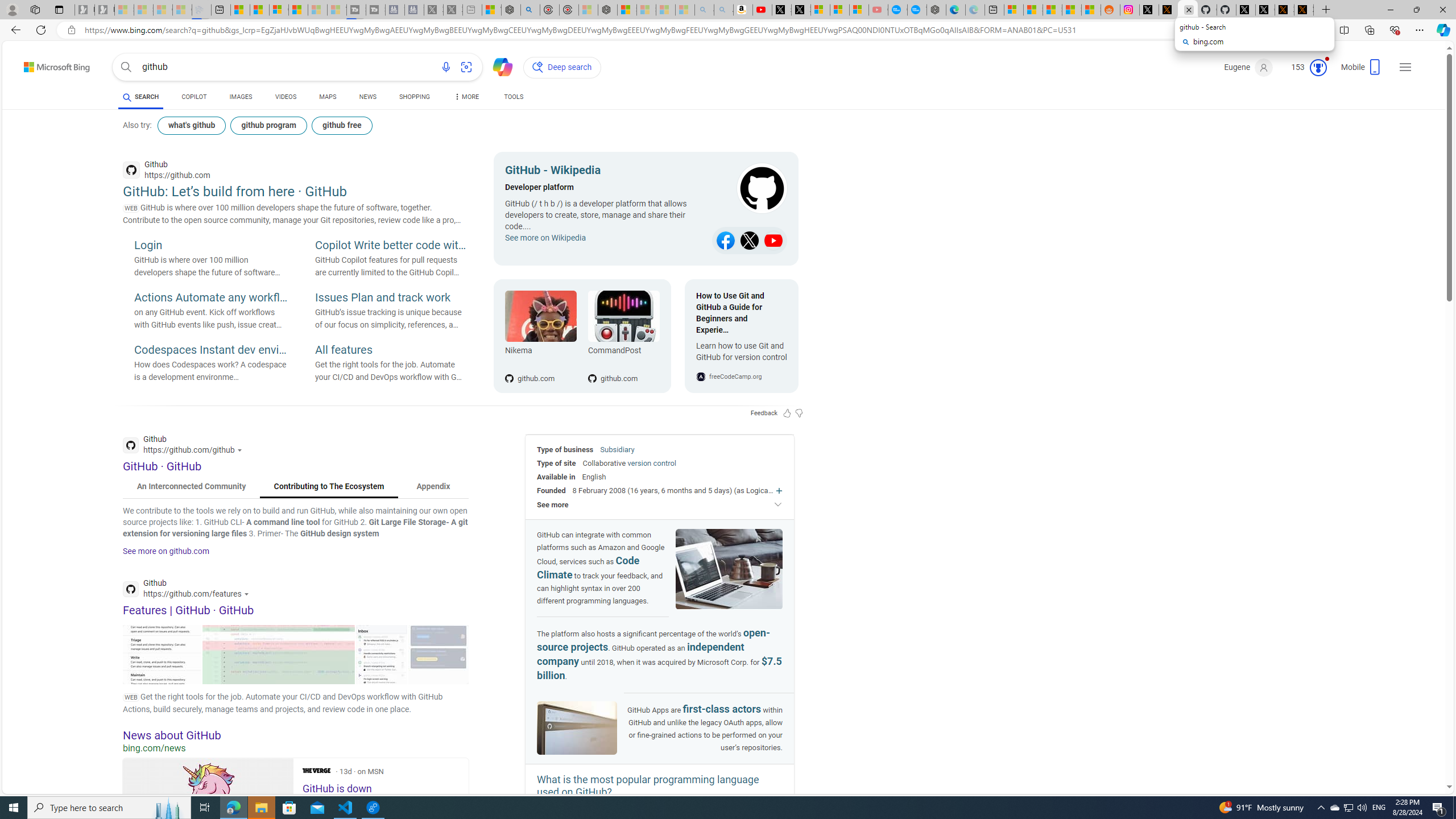 This screenshot has width=1456, height=819. I want to click on 'Contributing to The Ecosystem', so click(329, 486).